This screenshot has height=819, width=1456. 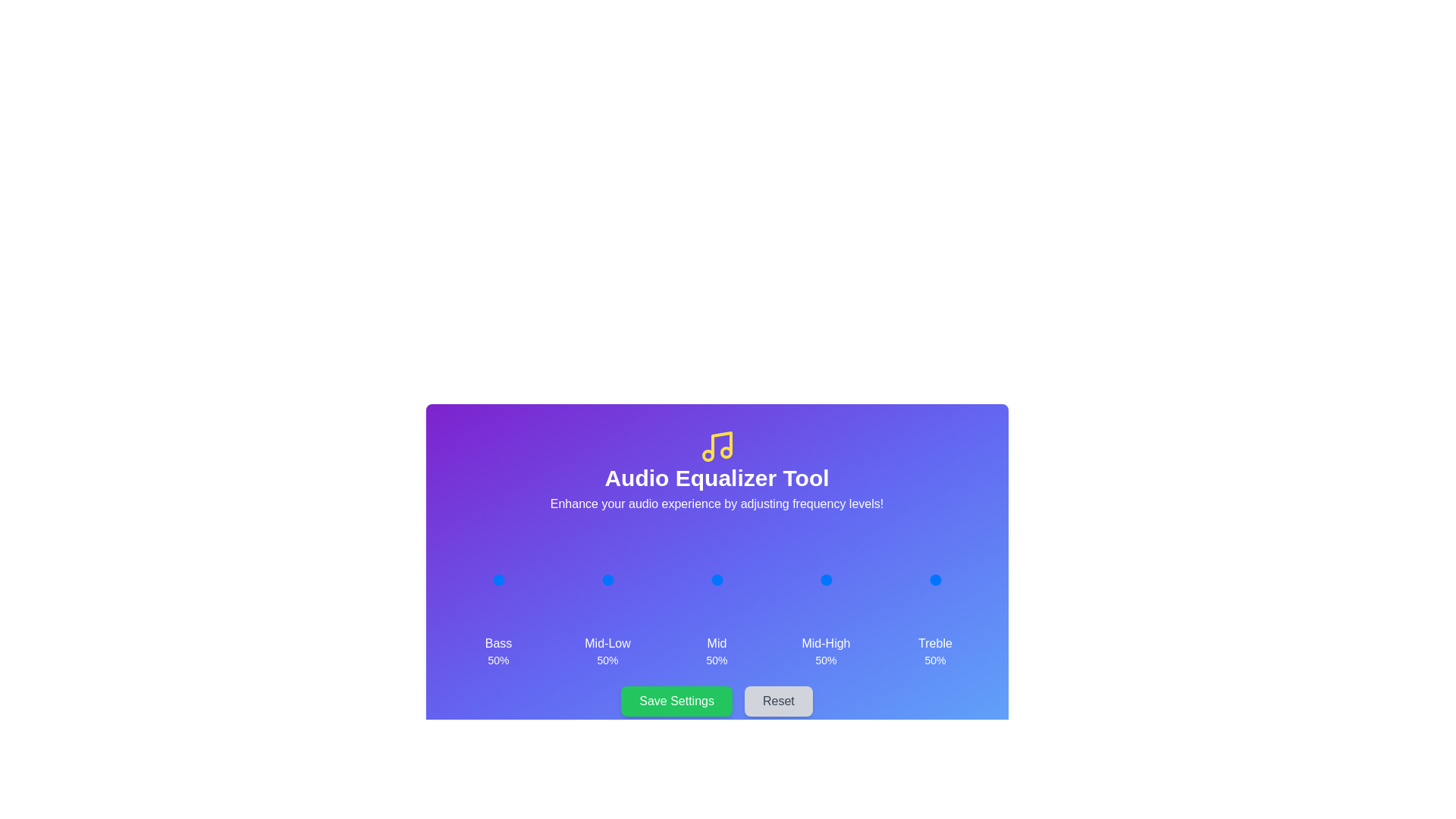 What do you see at coordinates (622, 579) in the screenshot?
I see `the 1 slider to 79%` at bounding box center [622, 579].